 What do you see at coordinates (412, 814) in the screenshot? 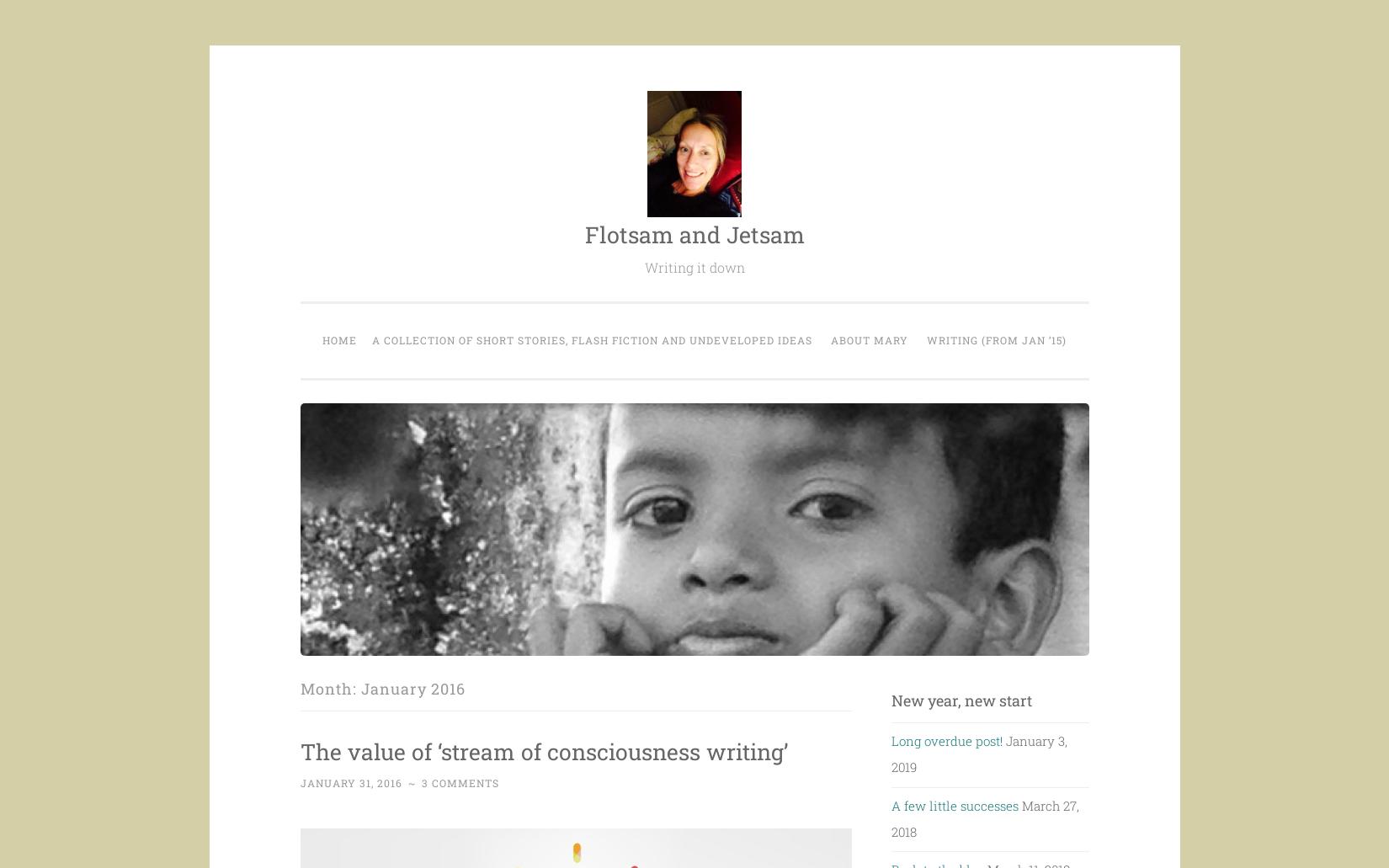
I see `'~'` at bounding box center [412, 814].